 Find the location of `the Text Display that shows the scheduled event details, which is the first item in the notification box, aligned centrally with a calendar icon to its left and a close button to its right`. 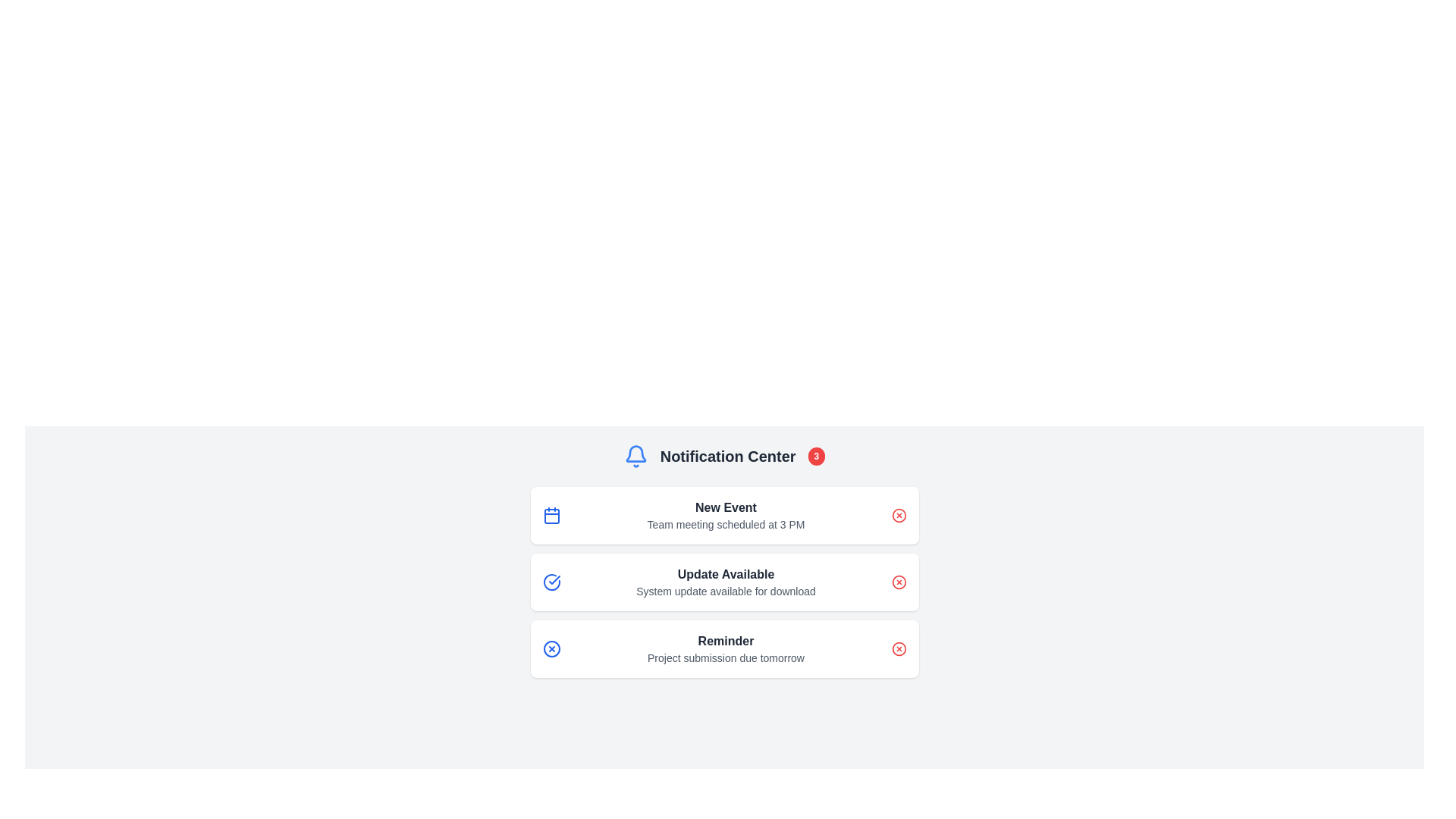

the Text Display that shows the scheduled event details, which is the first item in the notification box, aligned centrally with a calendar icon to its left and a close button to its right is located at coordinates (725, 514).